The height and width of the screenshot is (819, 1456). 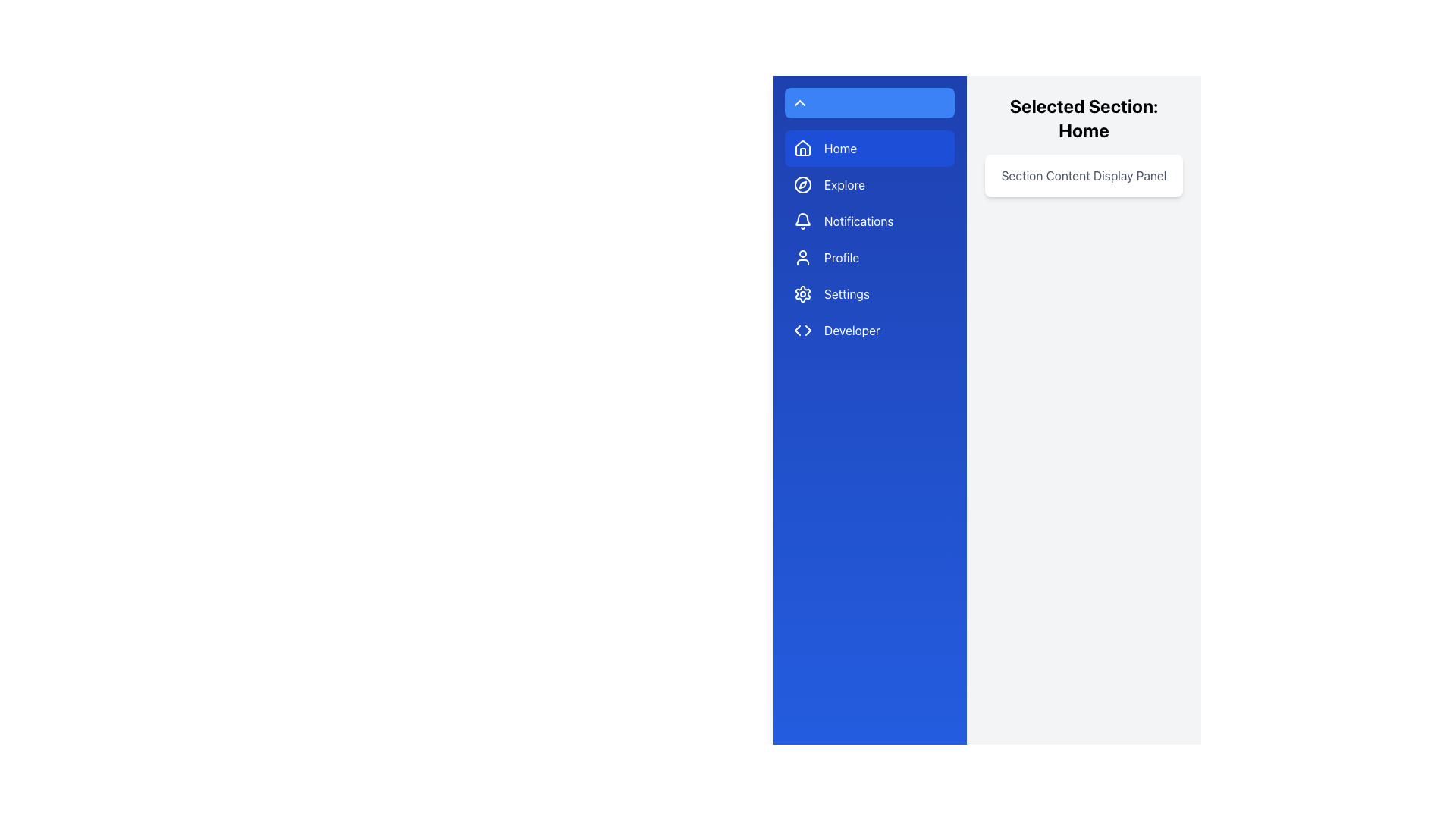 What do you see at coordinates (802, 219) in the screenshot?
I see `the Notifications icon located in the left-hand navigation panel` at bounding box center [802, 219].